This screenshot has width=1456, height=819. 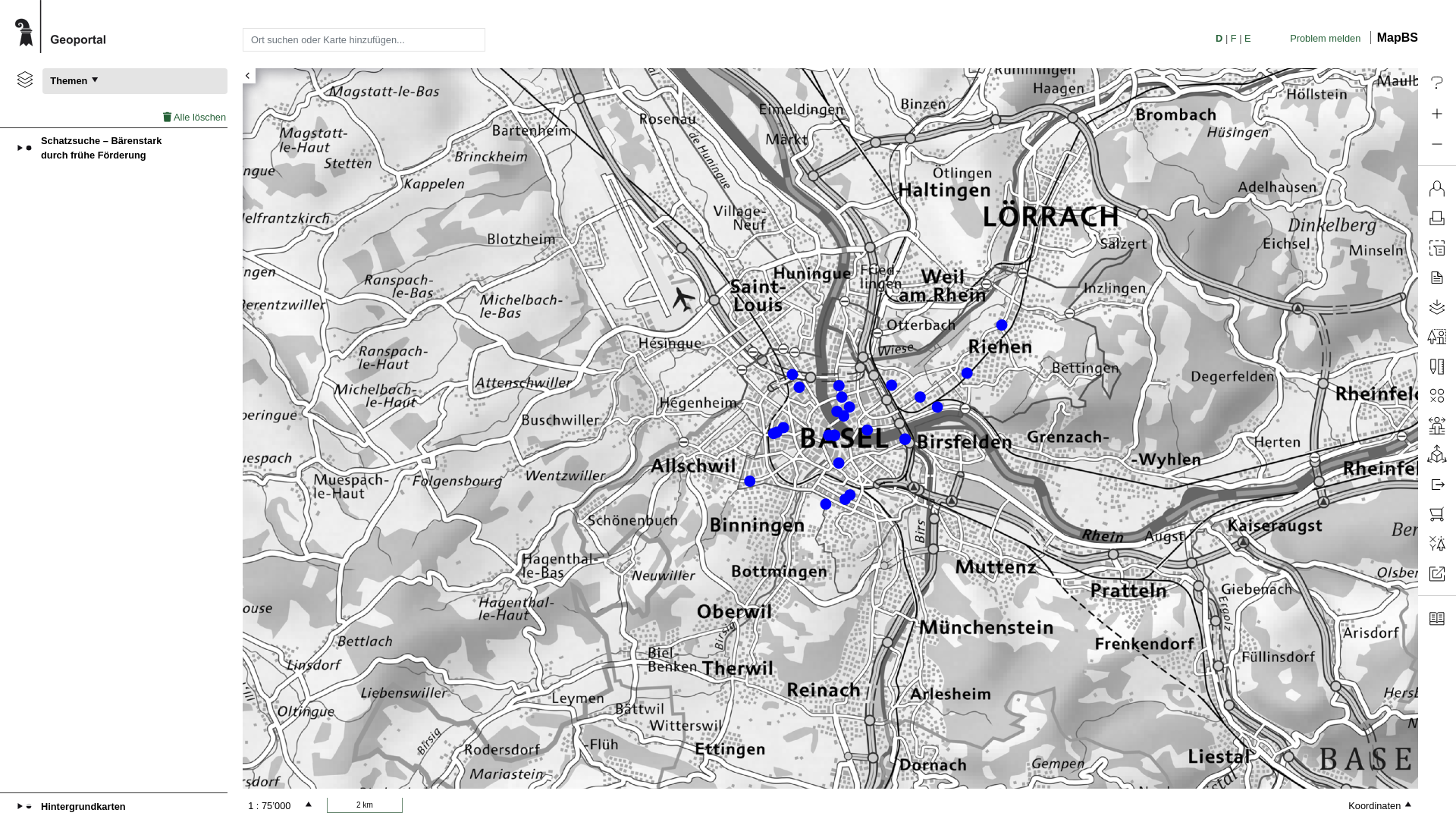 What do you see at coordinates (1247, 37) in the screenshot?
I see `' E '` at bounding box center [1247, 37].